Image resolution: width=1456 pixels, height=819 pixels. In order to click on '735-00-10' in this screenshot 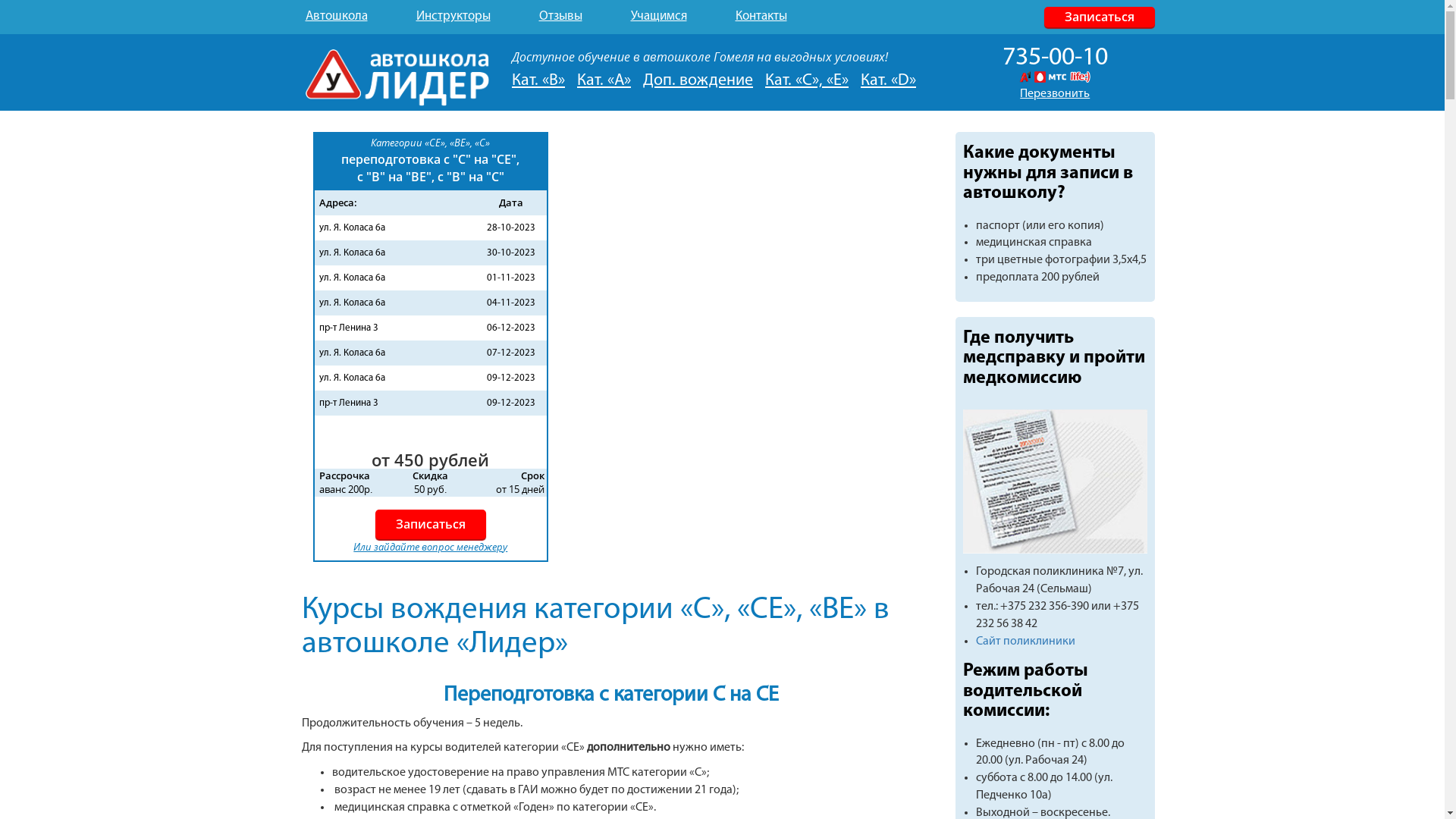, I will do `click(1054, 57)`.